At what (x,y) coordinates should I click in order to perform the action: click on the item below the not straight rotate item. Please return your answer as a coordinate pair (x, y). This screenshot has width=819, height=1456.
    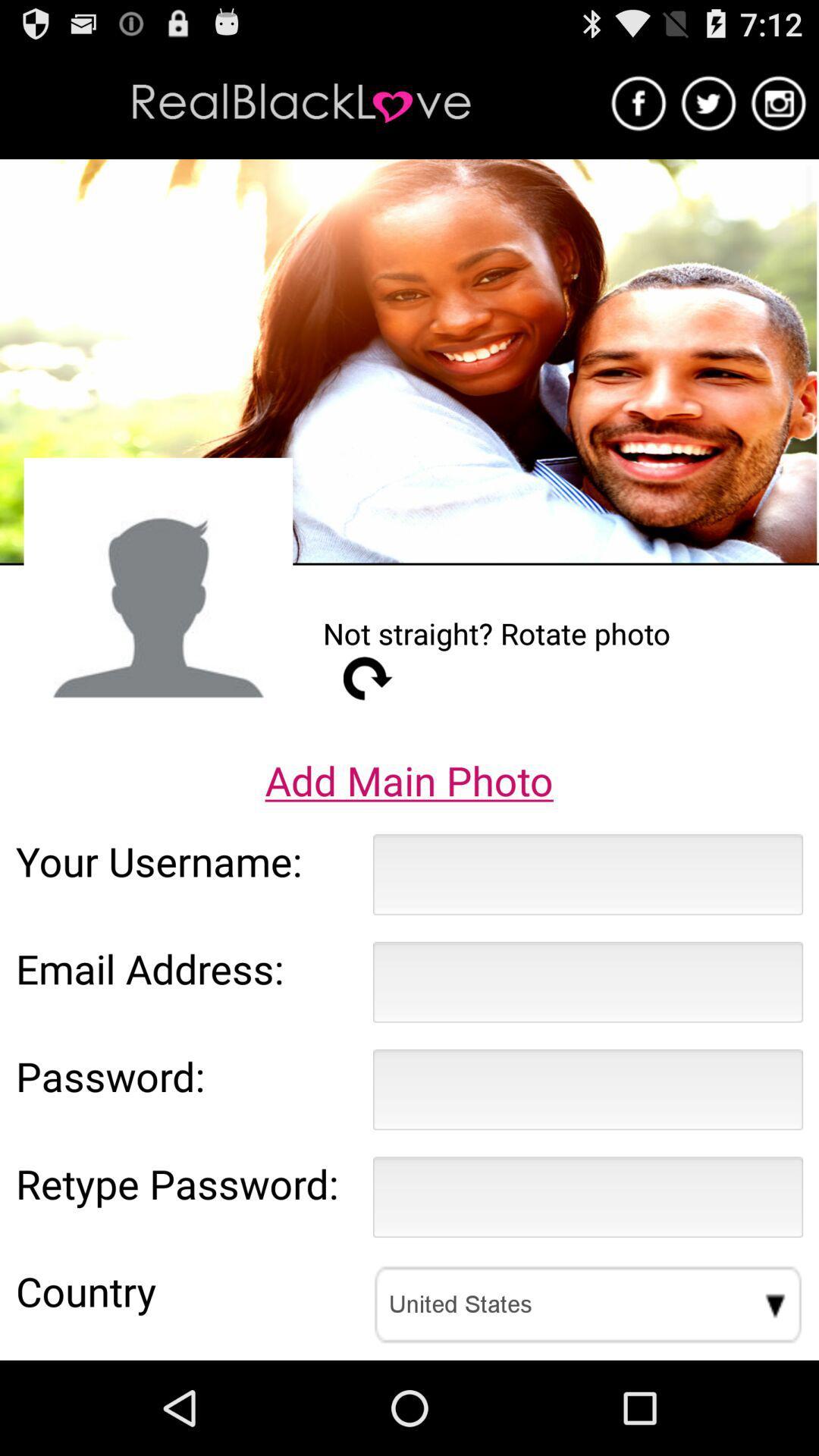
    Looking at the image, I should click on (368, 677).